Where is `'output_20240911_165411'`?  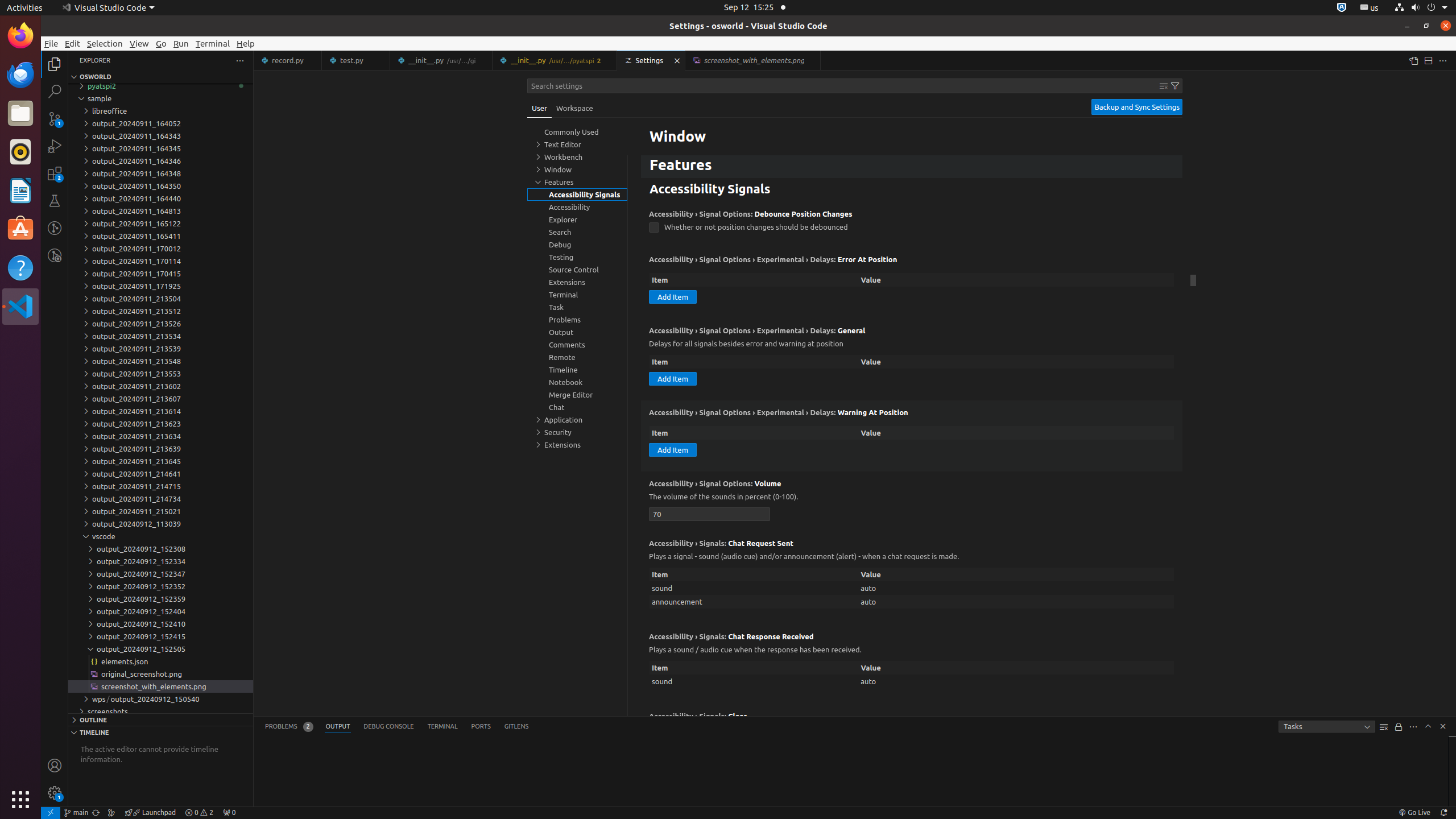 'output_20240911_165411' is located at coordinates (160, 235).